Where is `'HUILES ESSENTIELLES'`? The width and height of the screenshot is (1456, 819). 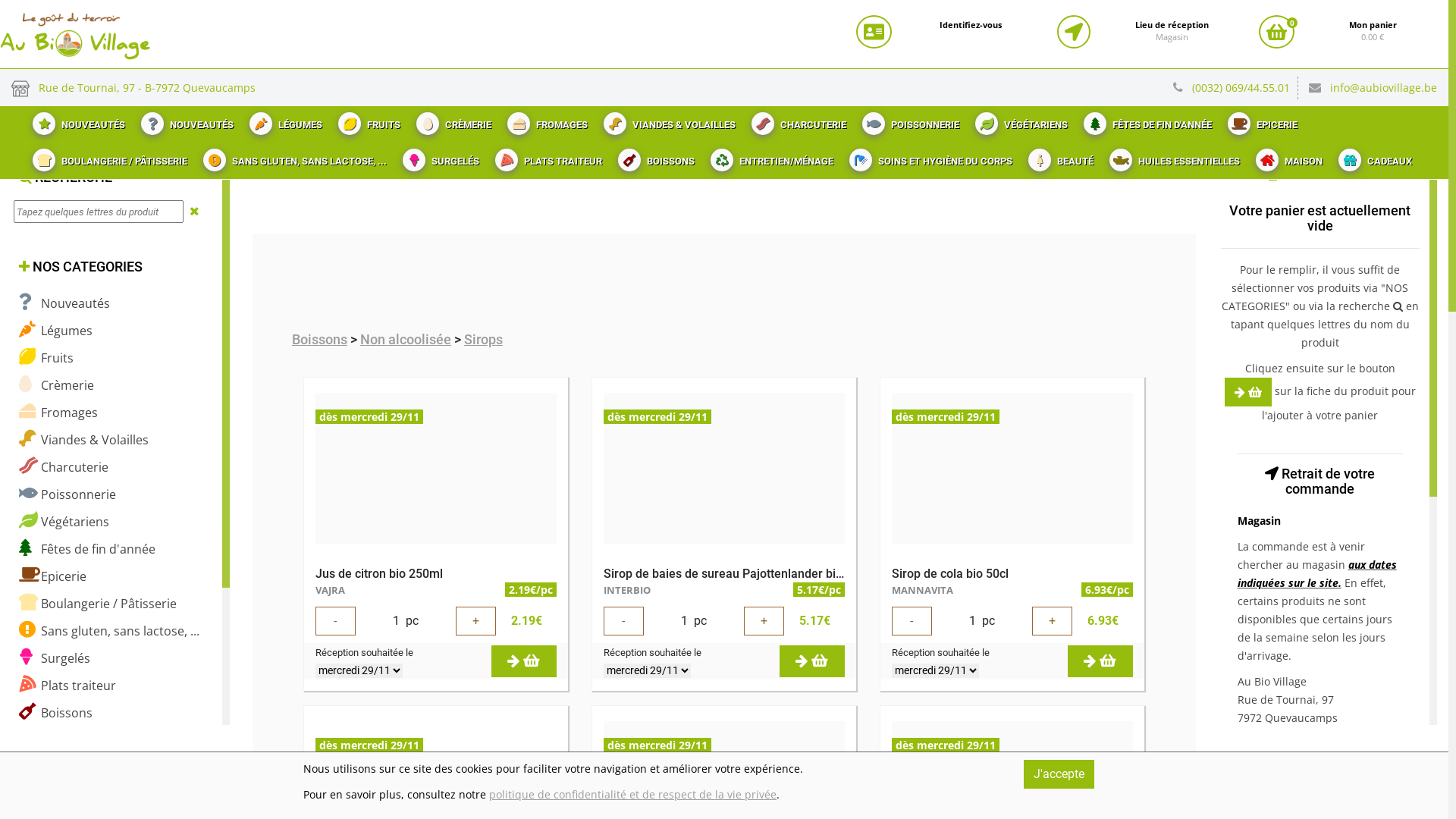 'HUILES ESSENTIELLES' is located at coordinates (1172, 157).